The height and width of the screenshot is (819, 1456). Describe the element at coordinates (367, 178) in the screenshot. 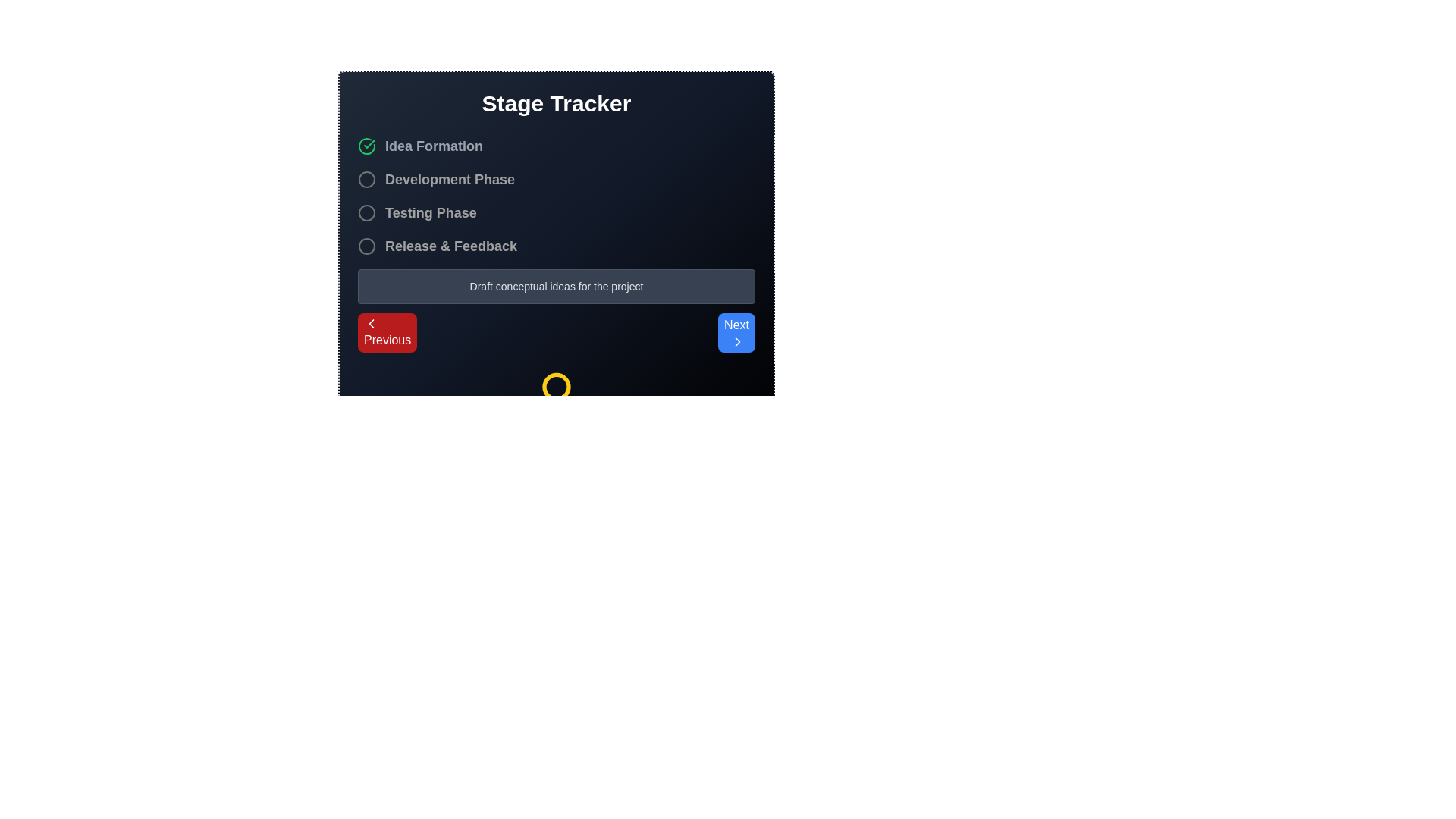

I see `the circular radio button with a gray outline to the left of the 'Development Phase' label` at that location.